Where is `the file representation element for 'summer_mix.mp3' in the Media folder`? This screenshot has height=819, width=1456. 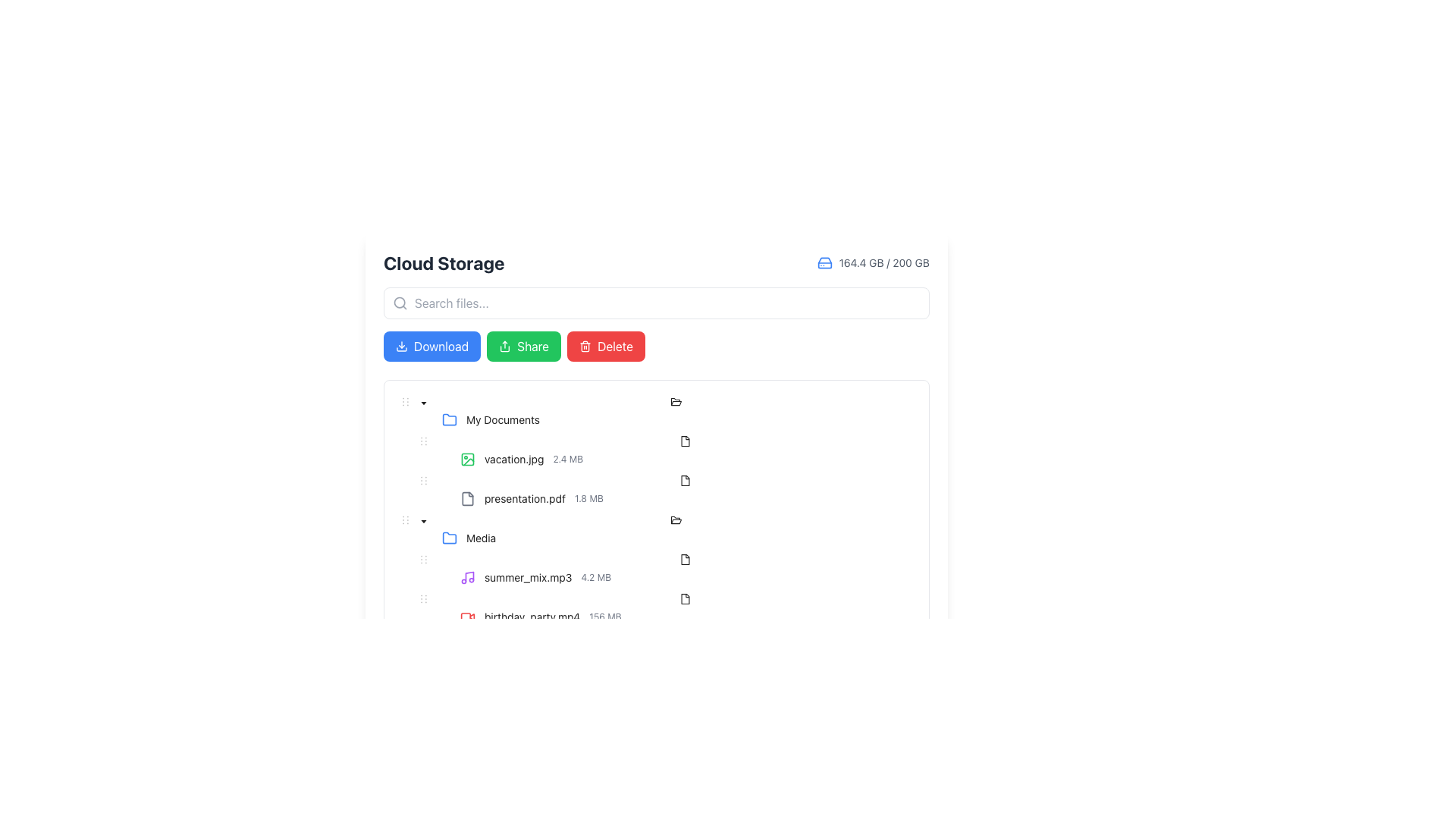 the file representation element for 'summer_mix.mp3' in the Media folder is located at coordinates (656, 568).